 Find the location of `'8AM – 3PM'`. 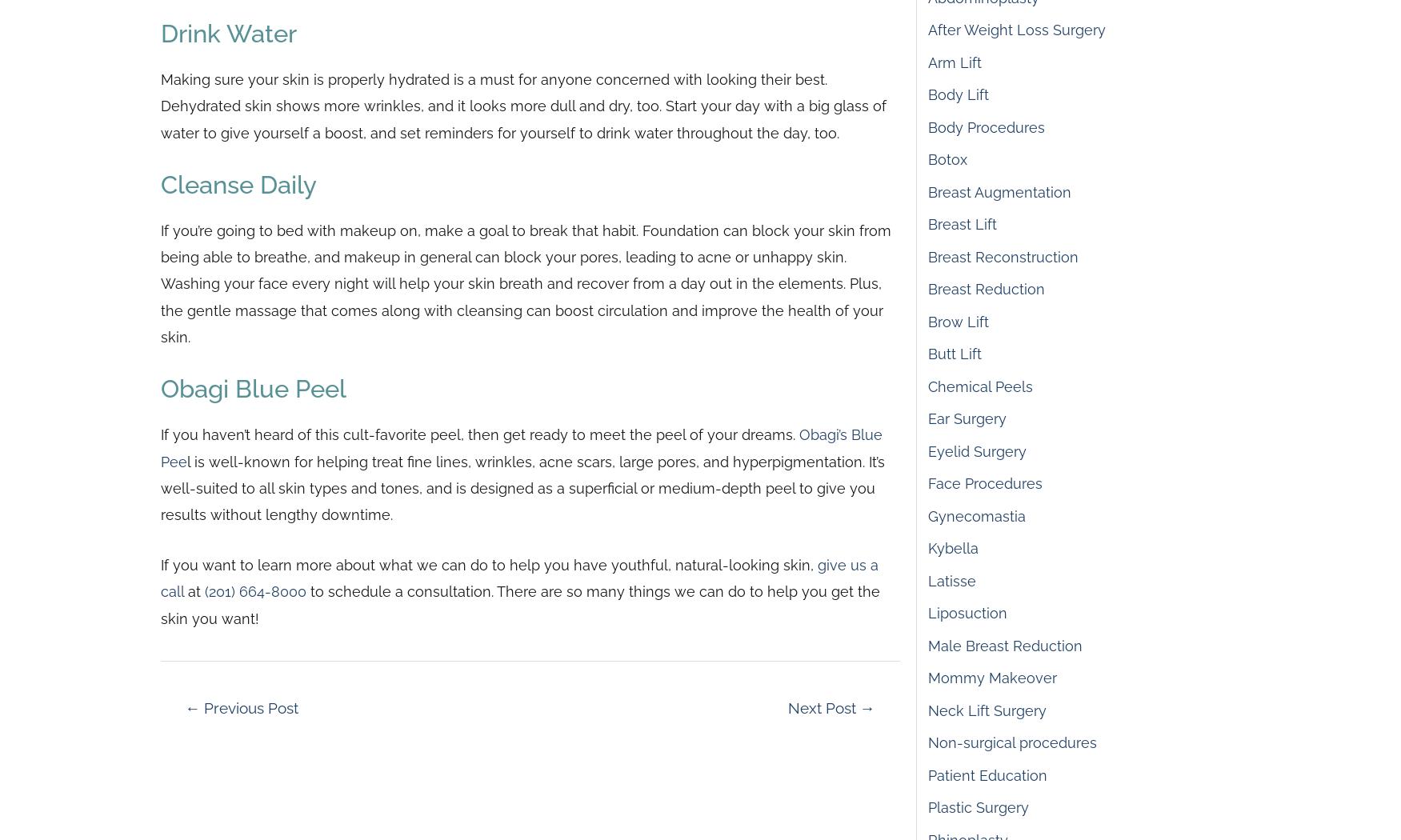

'8AM – 3PM' is located at coordinates (1084, 178).